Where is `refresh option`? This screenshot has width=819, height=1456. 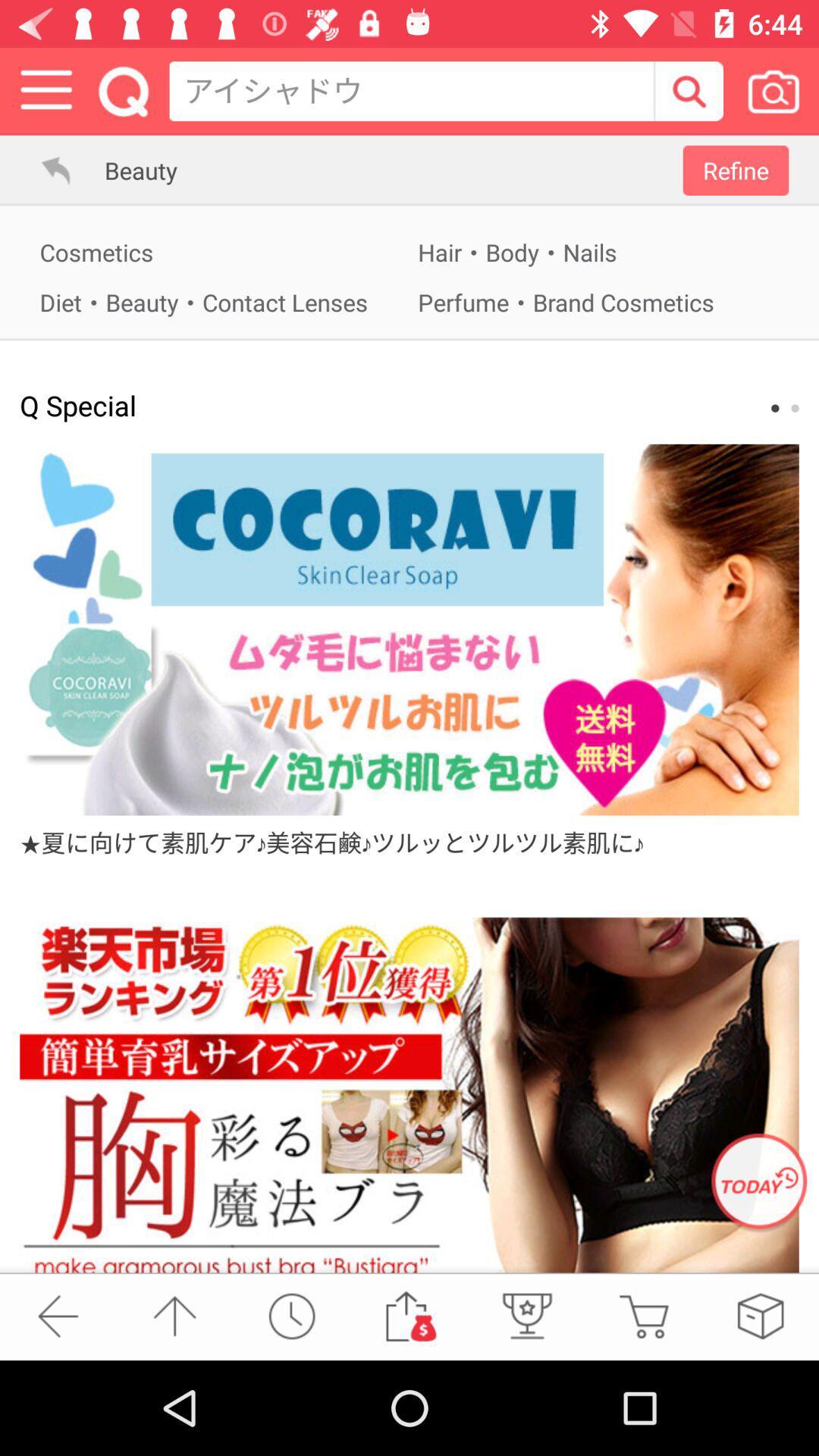 refresh option is located at coordinates (759, 1182).